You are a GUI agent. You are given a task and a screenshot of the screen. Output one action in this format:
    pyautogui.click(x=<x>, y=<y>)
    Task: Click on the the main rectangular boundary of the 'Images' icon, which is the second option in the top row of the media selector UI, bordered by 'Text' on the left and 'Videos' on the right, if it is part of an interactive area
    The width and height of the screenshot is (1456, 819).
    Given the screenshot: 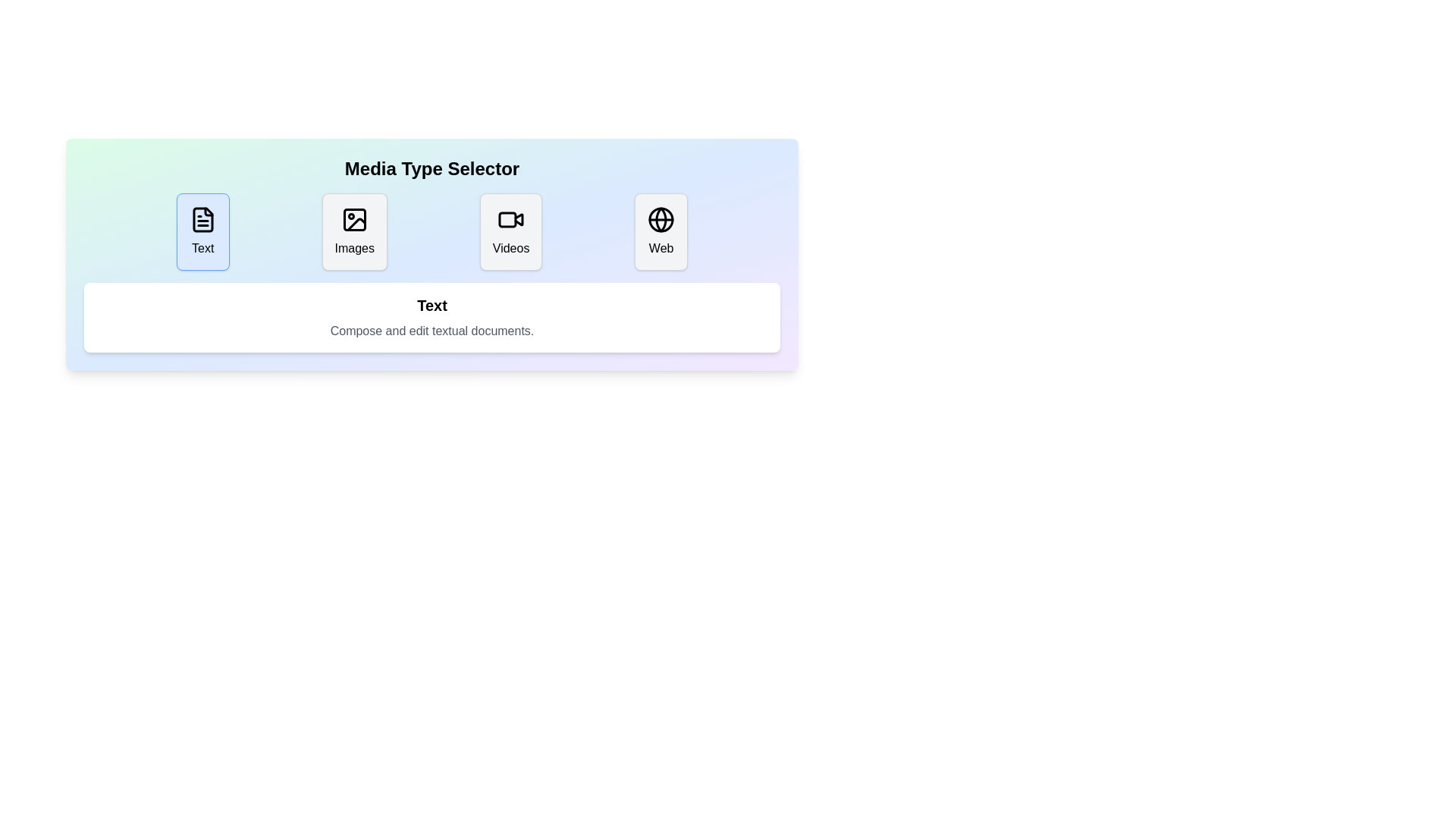 What is the action you would take?
    pyautogui.click(x=353, y=219)
    